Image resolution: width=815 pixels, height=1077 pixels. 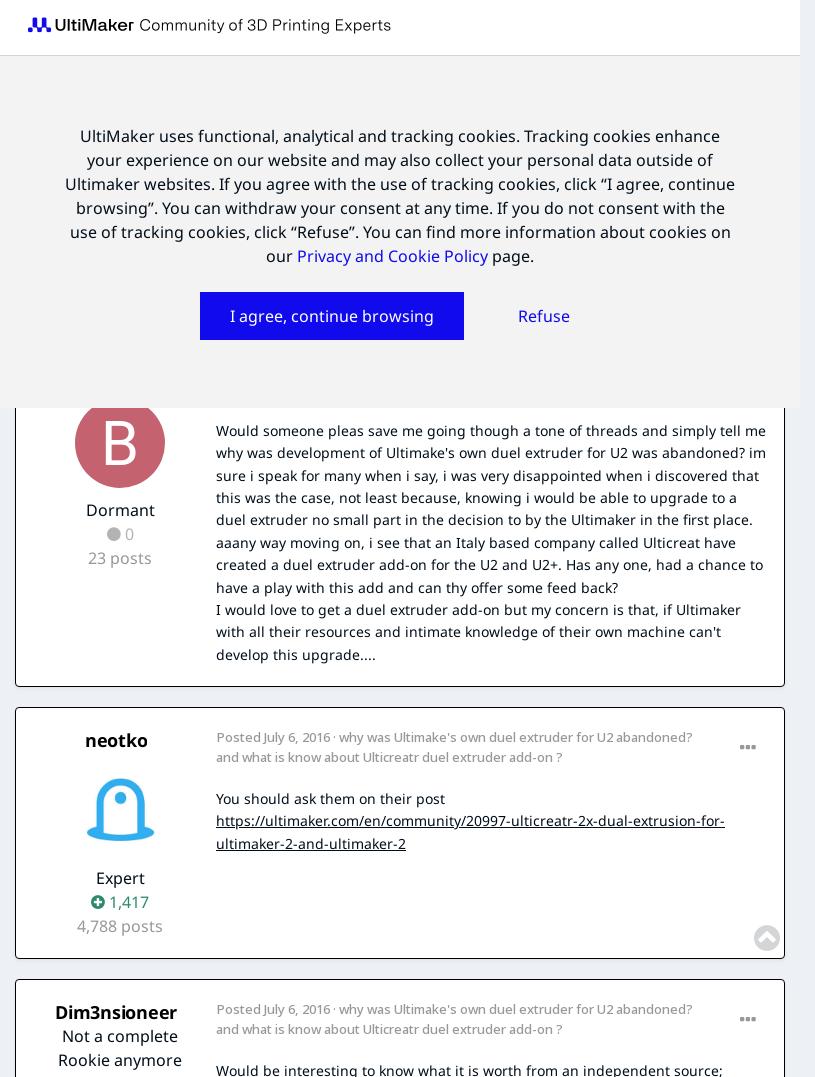 What do you see at coordinates (329, 797) in the screenshot?
I see `'You should ask them on their post'` at bounding box center [329, 797].